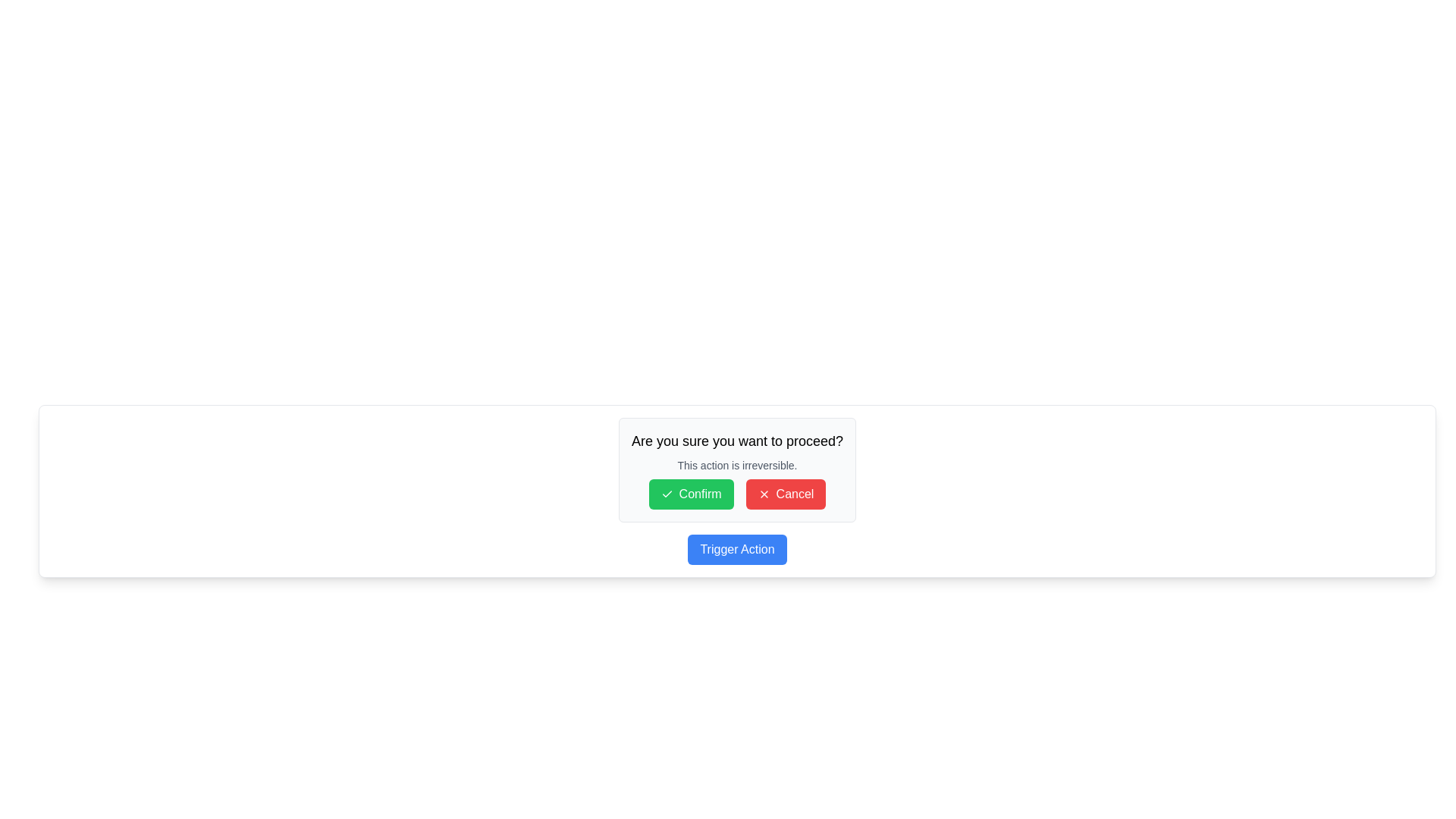 The image size is (1456, 819). What do you see at coordinates (667, 494) in the screenshot?
I see `the checkmark icon located at the leftmost side of the 'Confirm' button, which is part of the green button below the 'Are you sure you want to proceed?' dialog` at bounding box center [667, 494].